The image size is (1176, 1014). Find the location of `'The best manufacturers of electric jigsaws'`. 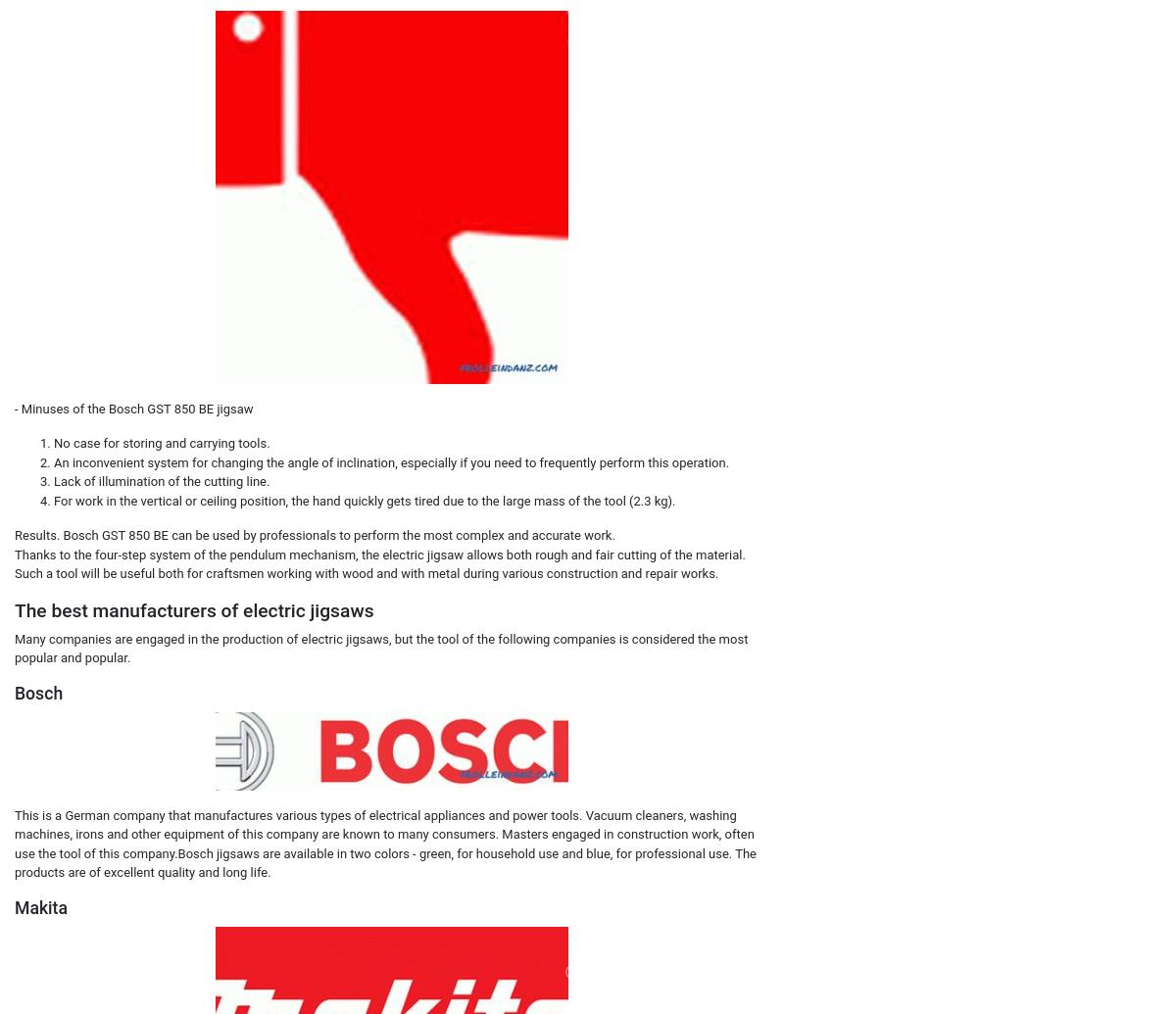

'The best manufacturers of electric jigsaws' is located at coordinates (15, 608).